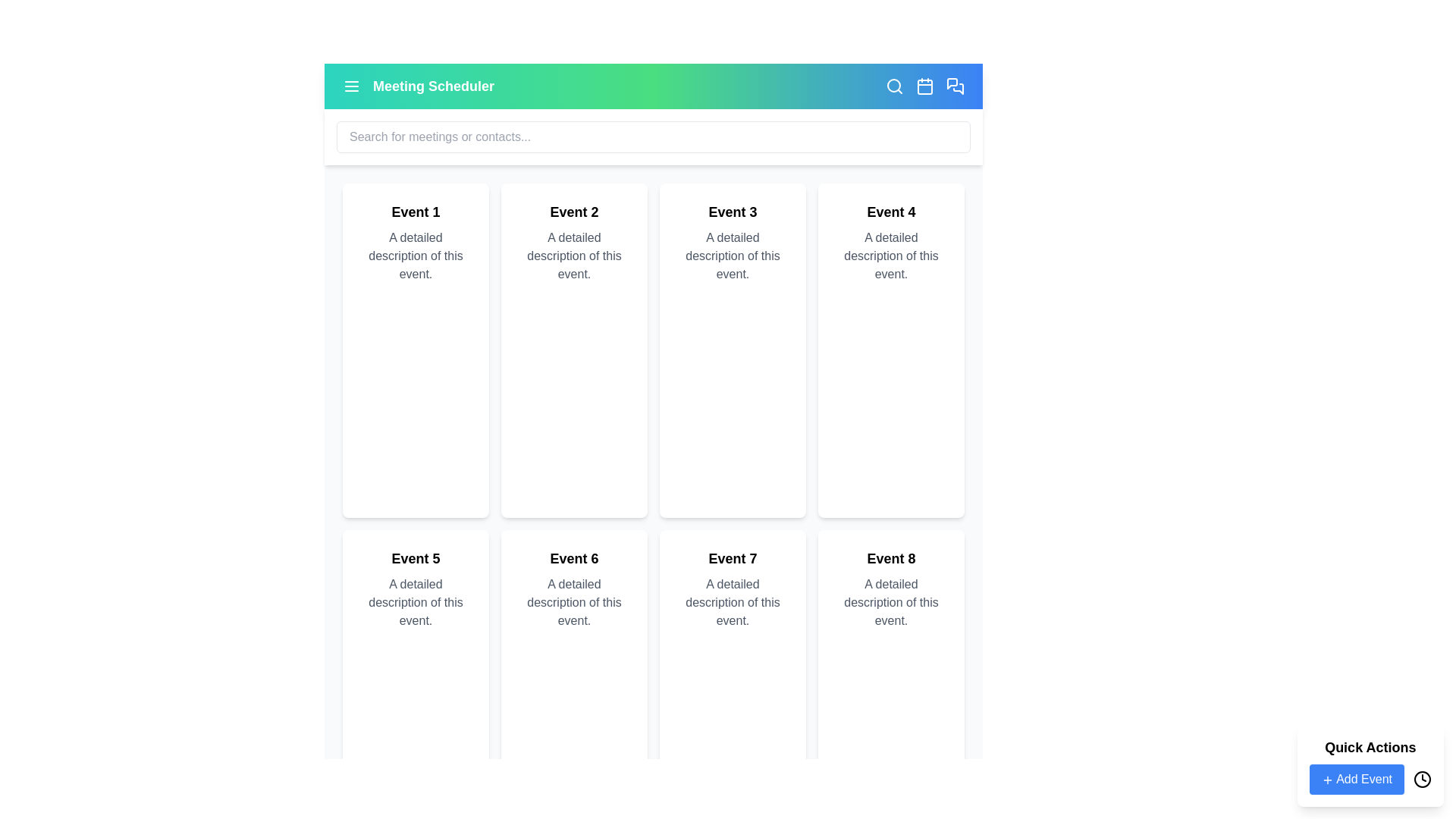  Describe the element at coordinates (1357, 780) in the screenshot. I see `the rectangular button with a blue background and white text displaying '+ Add Event.' located in the bottom-right corner under the 'Quick Actions' title to initiate adding a new event` at that location.